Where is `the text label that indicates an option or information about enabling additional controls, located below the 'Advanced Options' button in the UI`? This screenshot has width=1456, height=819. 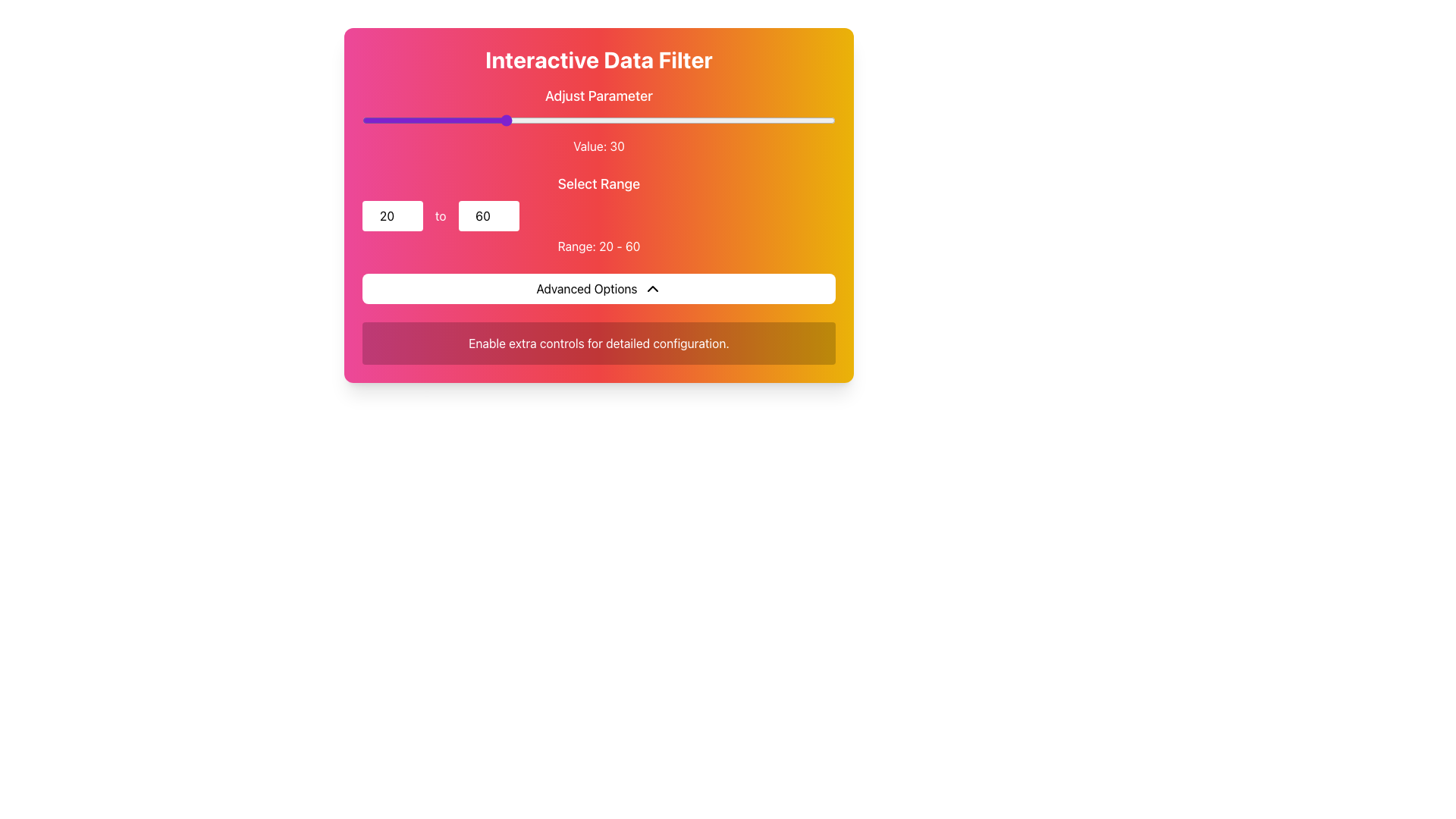 the text label that indicates an option or information about enabling additional controls, located below the 'Advanced Options' button in the UI is located at coordinates (598, 343).